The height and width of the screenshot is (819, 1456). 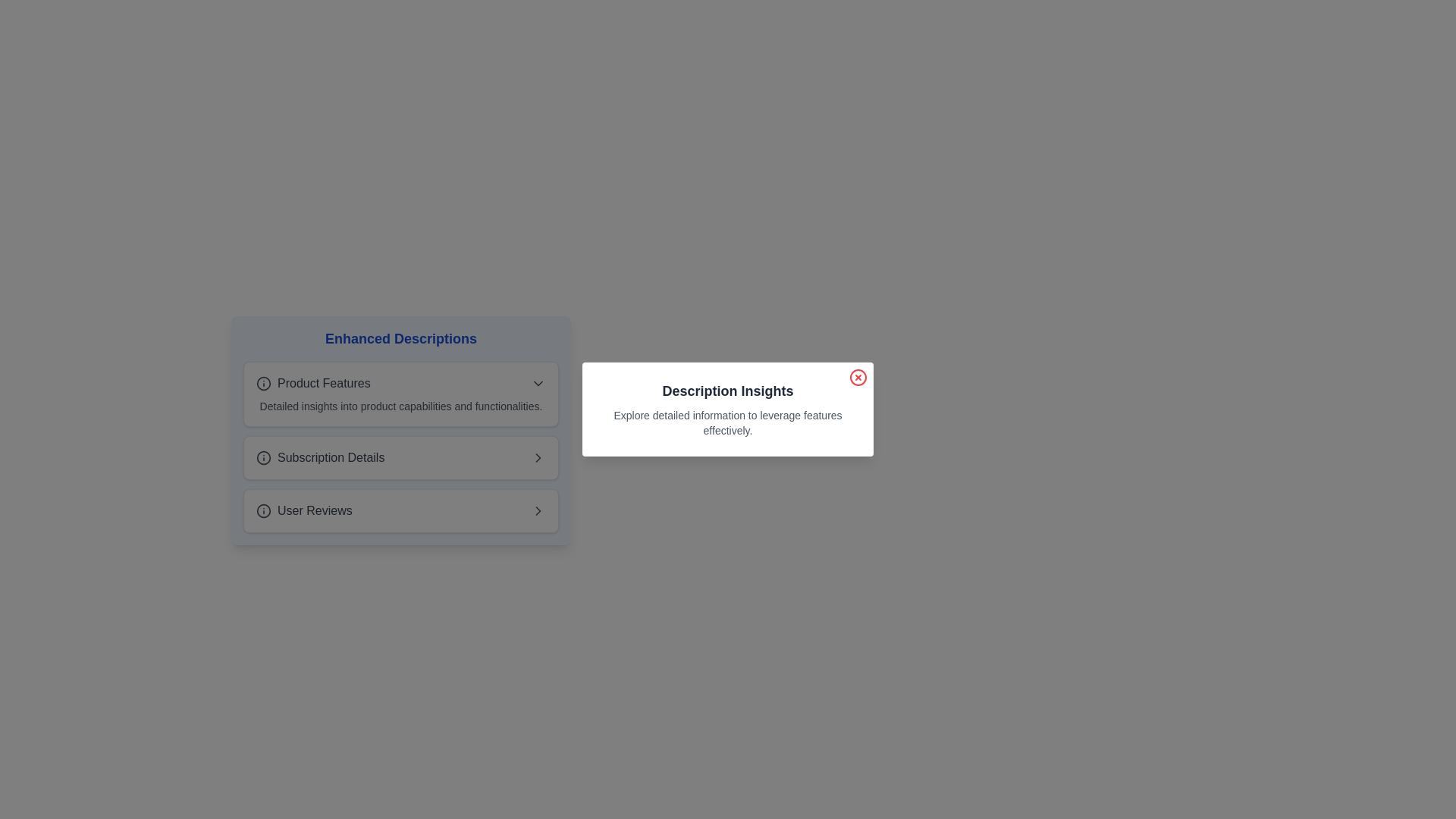 What do you see at coordinates (728, 423) in the screenshot?
I see `text from the Text Label that displays 'Explore detailed information to leverage features effectively,' which is located below the heading 'Description Insights' in the card box` at bounding box center [728, 423].